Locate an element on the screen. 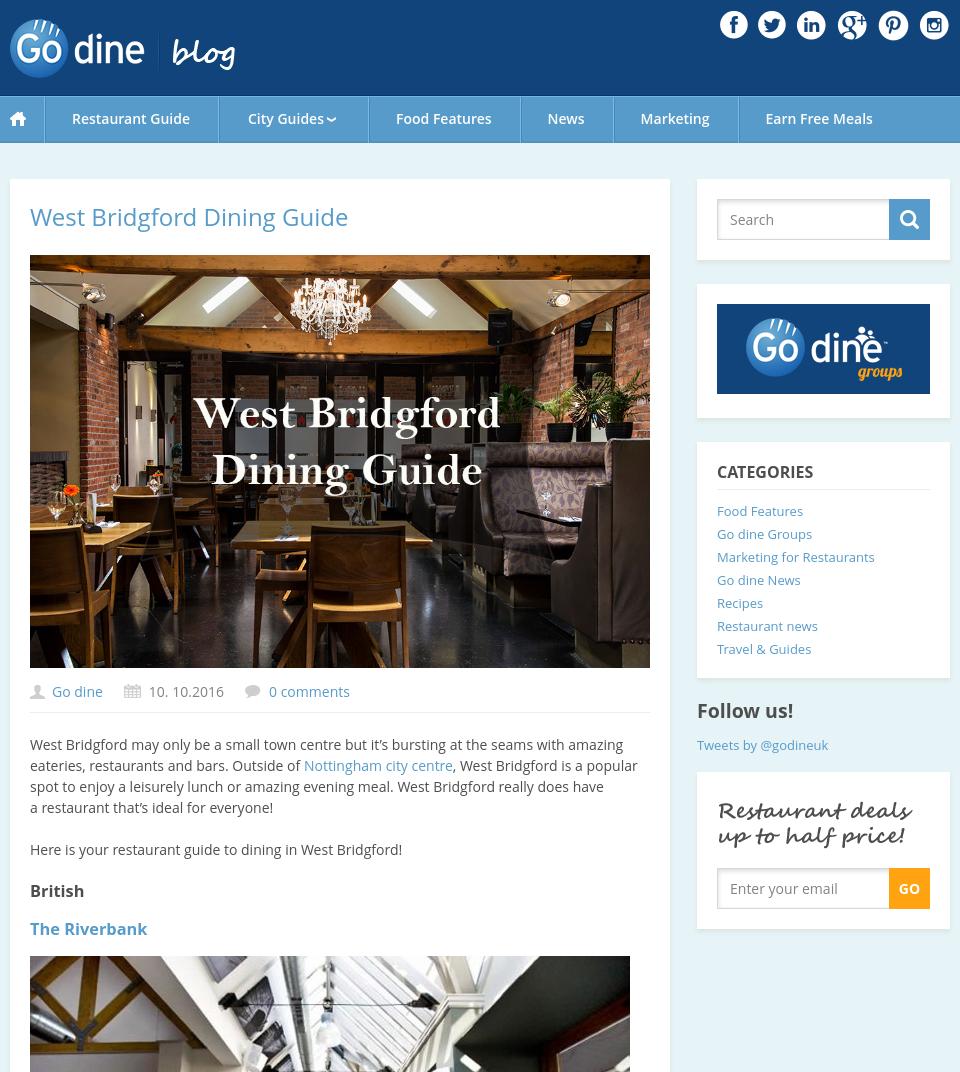 The width and height of the screenshot is (960, 1072). 'Go dine' is located at coordinates (76, 690).